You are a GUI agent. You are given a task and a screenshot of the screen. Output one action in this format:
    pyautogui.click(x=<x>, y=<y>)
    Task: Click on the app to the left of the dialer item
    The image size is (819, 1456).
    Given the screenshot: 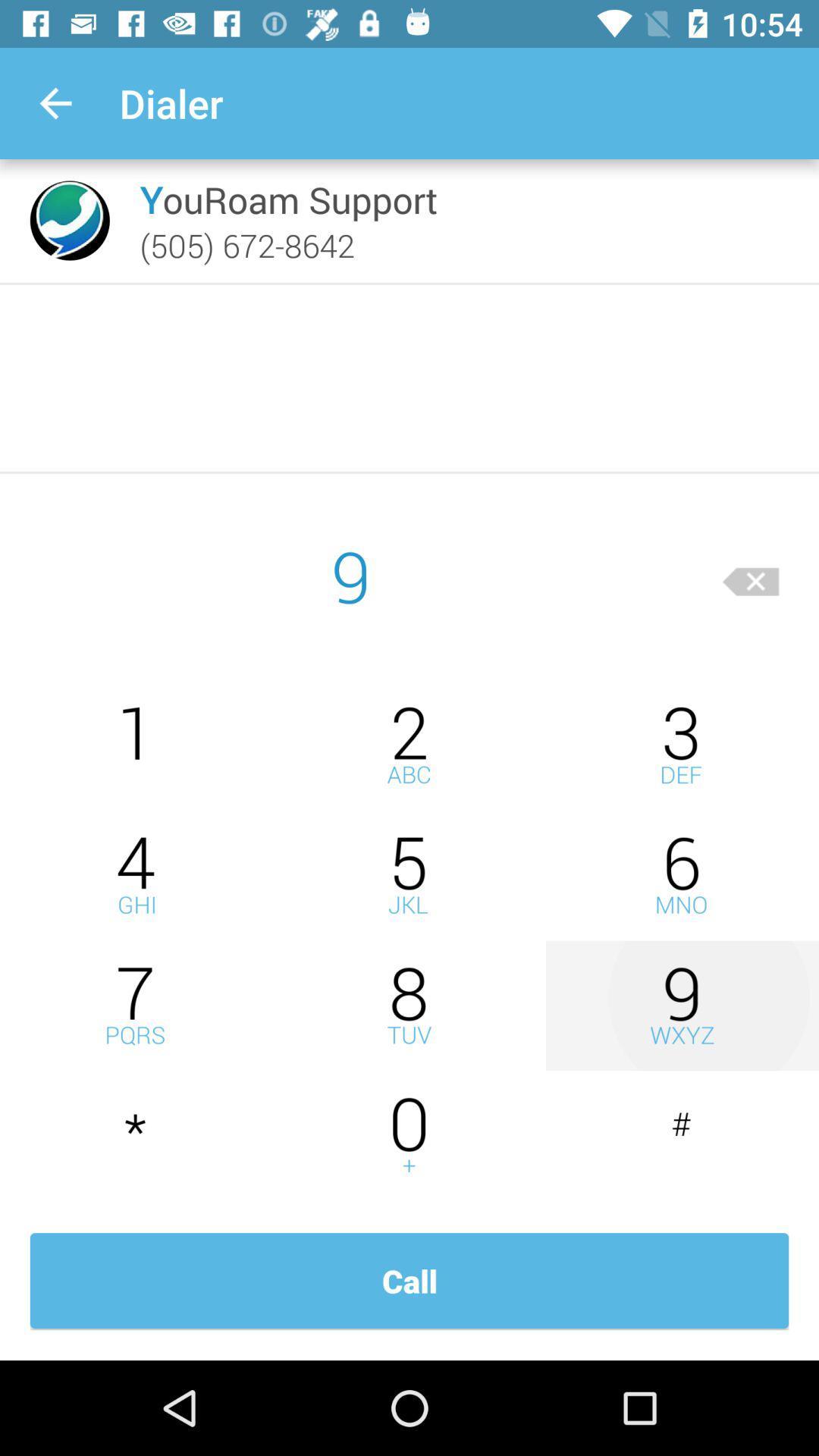 What is the action you would take?
    pyautogui.click(x=55, y=102)
    